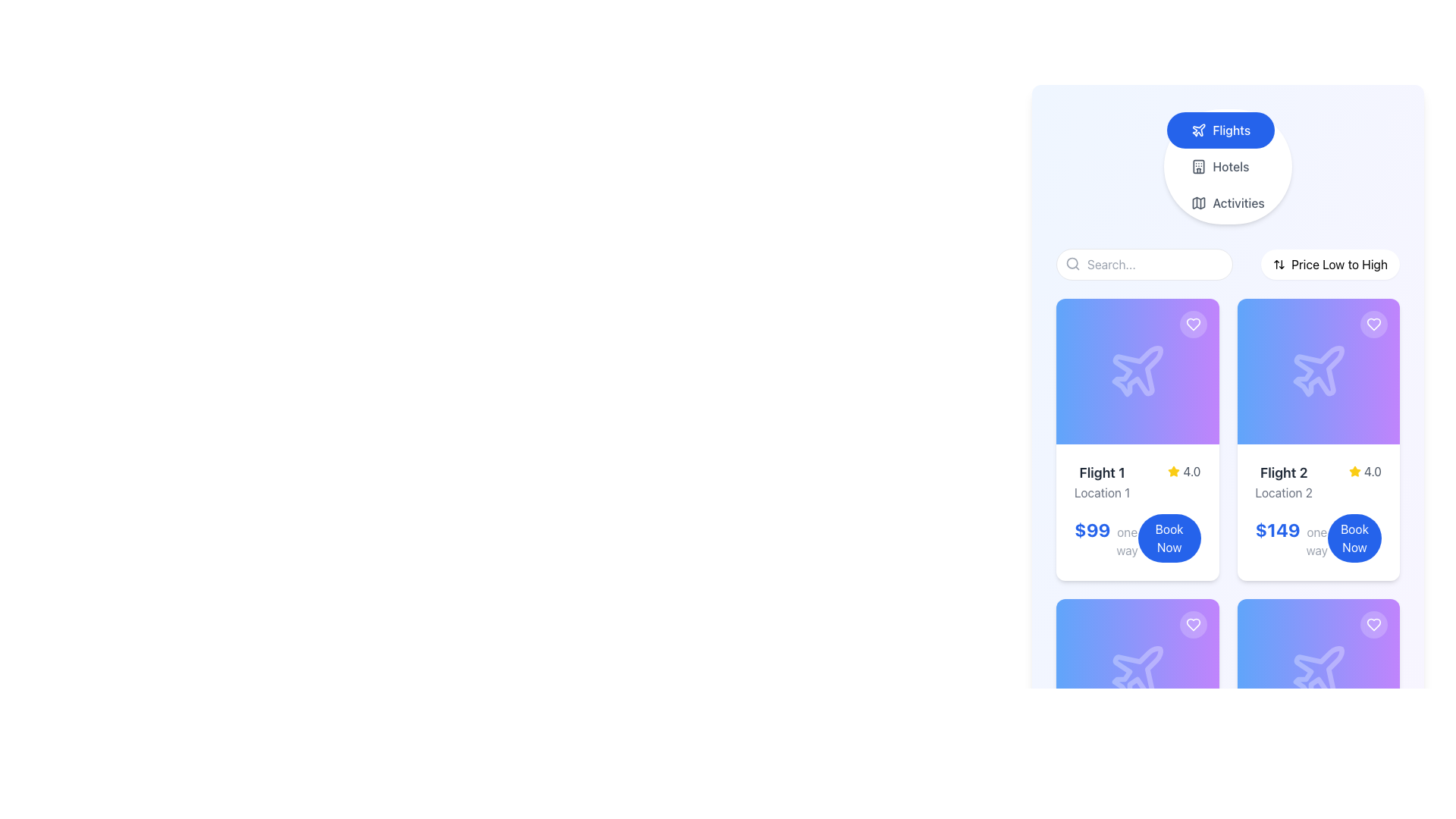 This screenshot has width=1456, height=819. I want to click on the Rating display located in the top-right corner of the second card labeled 'Flight 2, Location 2', which visually combines a star graphic and numerical score, so click(1365, 470).